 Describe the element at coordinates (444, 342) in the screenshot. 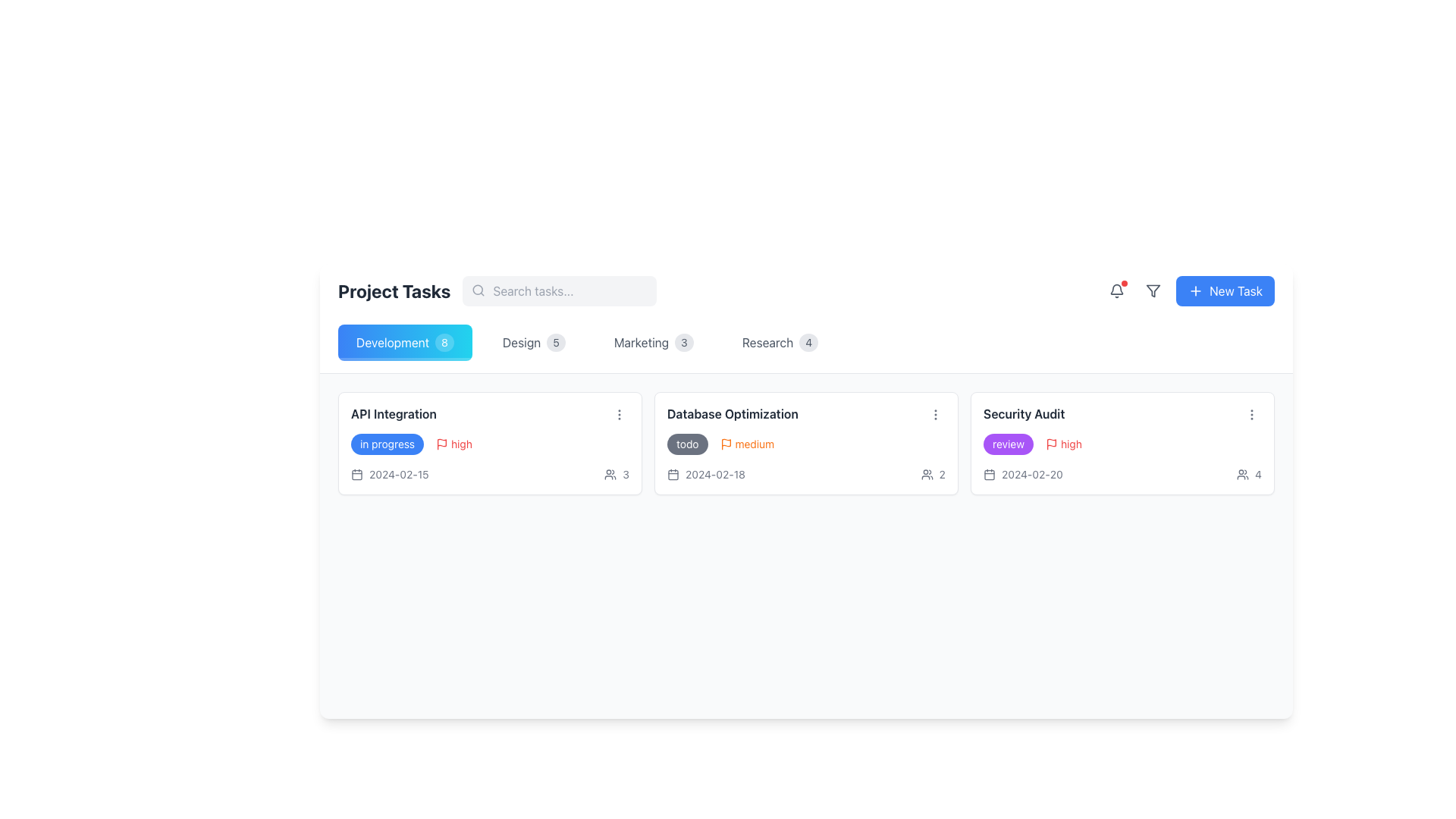

I see `the Badge displaying the numerical indication for the 'Development' category, located to the right of the 'Development' tab button in the horizontal navigation bar` at that location.